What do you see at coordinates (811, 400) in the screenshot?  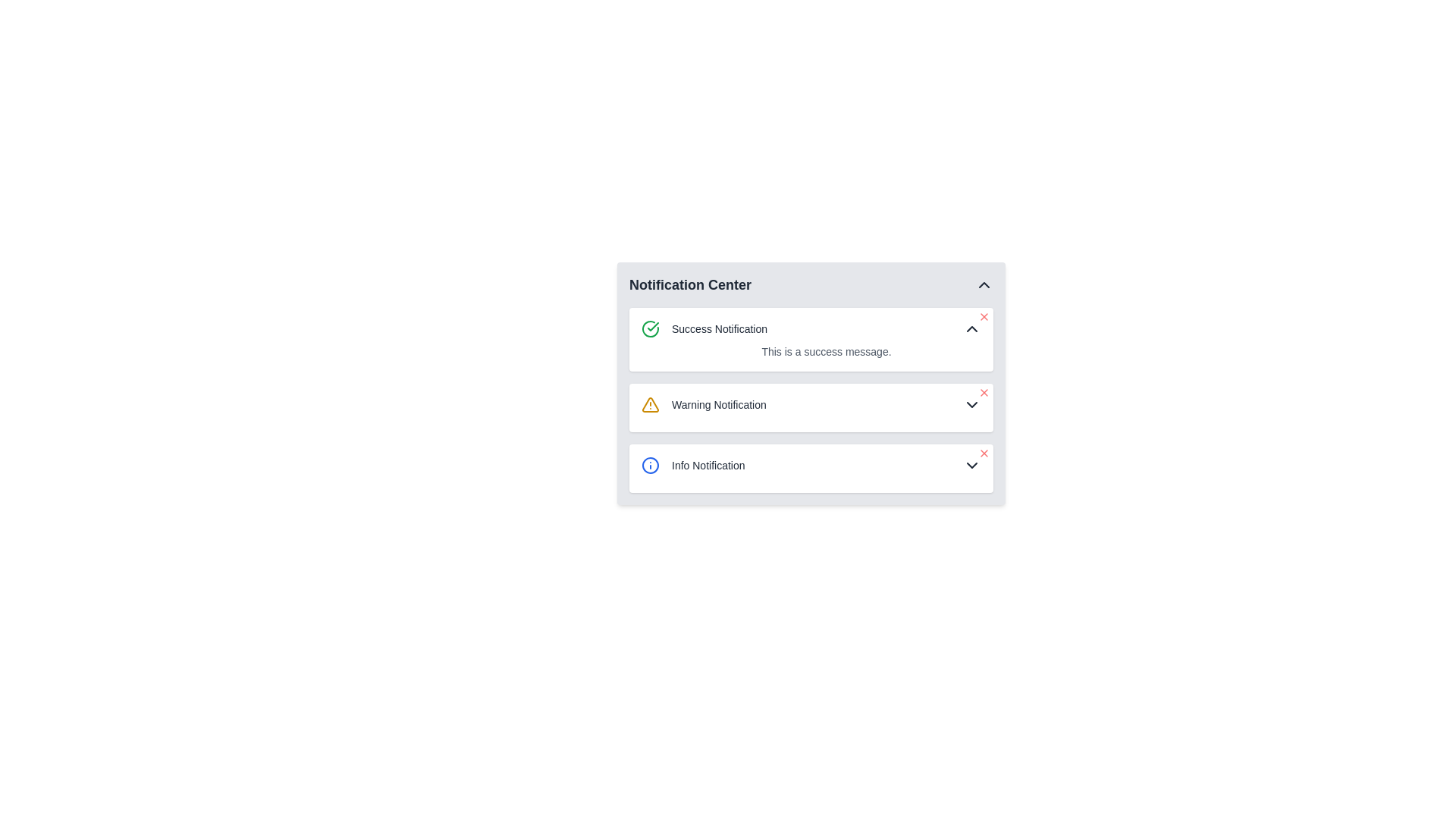 I see `the Notification Section within the 'Notification Center', which organizes success, warning, and informational messages` at bounding box center [811, 400].